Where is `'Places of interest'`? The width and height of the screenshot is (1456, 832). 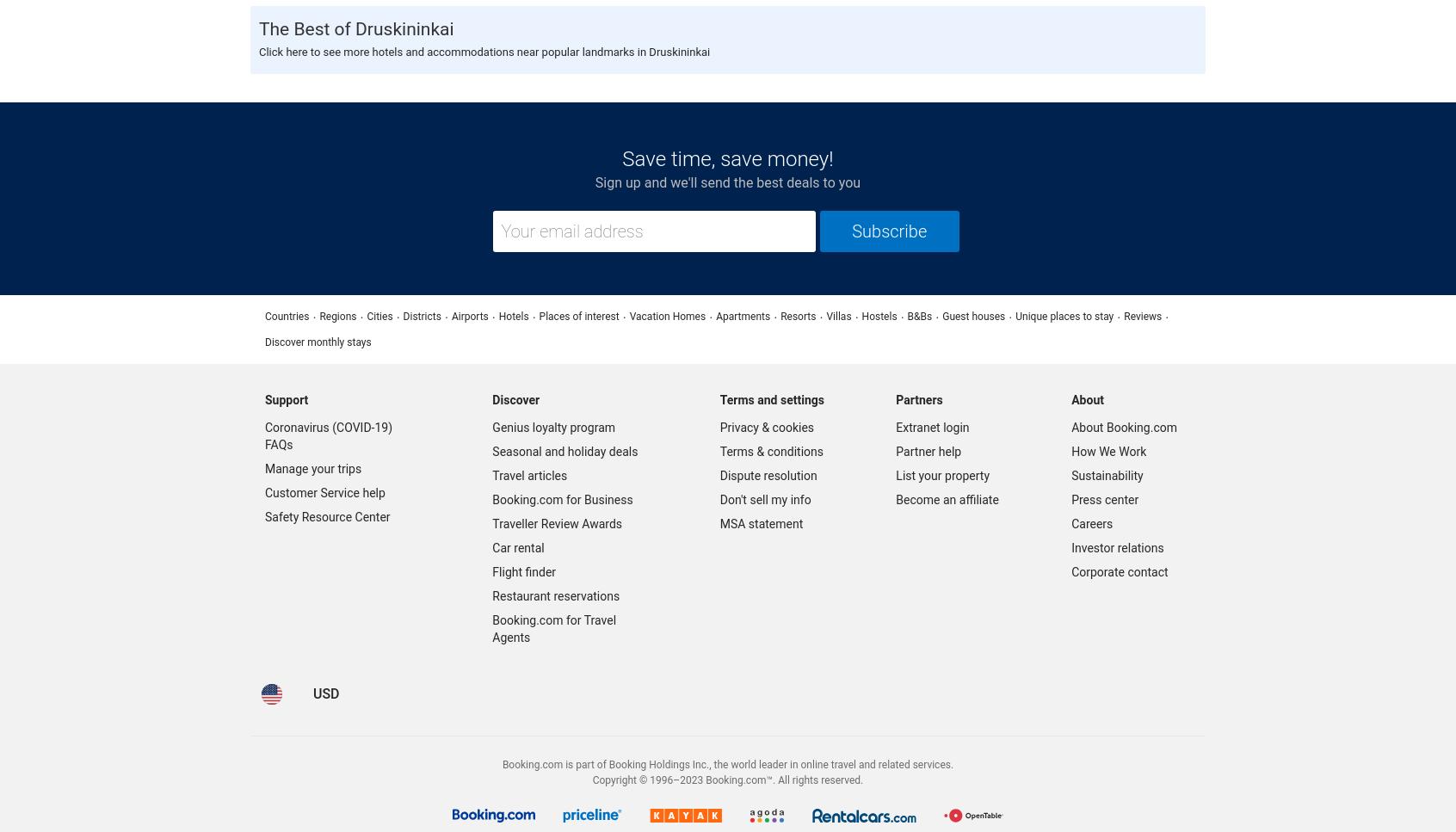 'Places of interest' is located at coordinates (578, 314).